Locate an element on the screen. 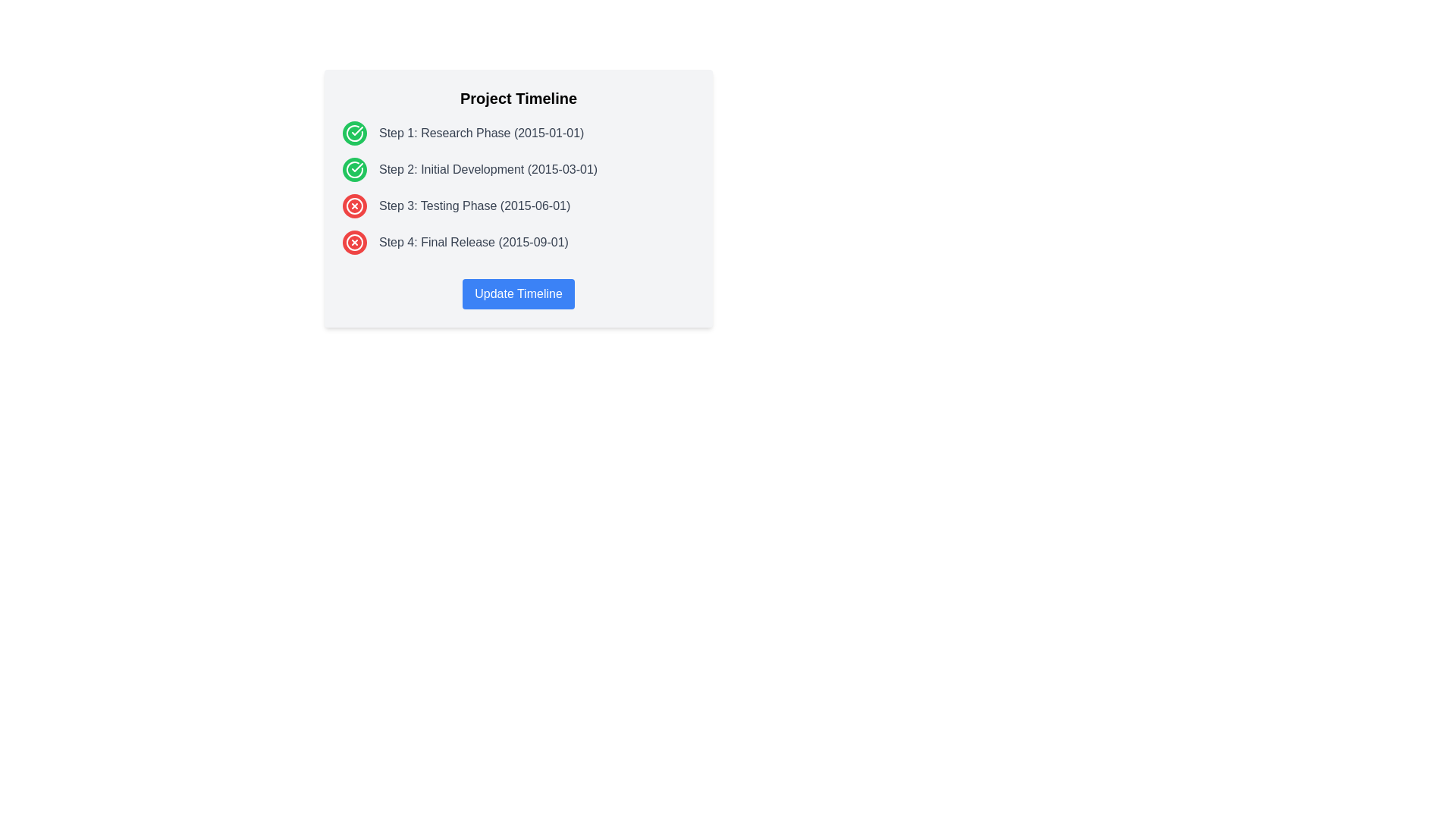 This screenshot has width=1456, height=819. the informational text element that describes the first step in the project timeline, located to the left of the circular green icon with a white check mark is located at coordinates (481, 133).